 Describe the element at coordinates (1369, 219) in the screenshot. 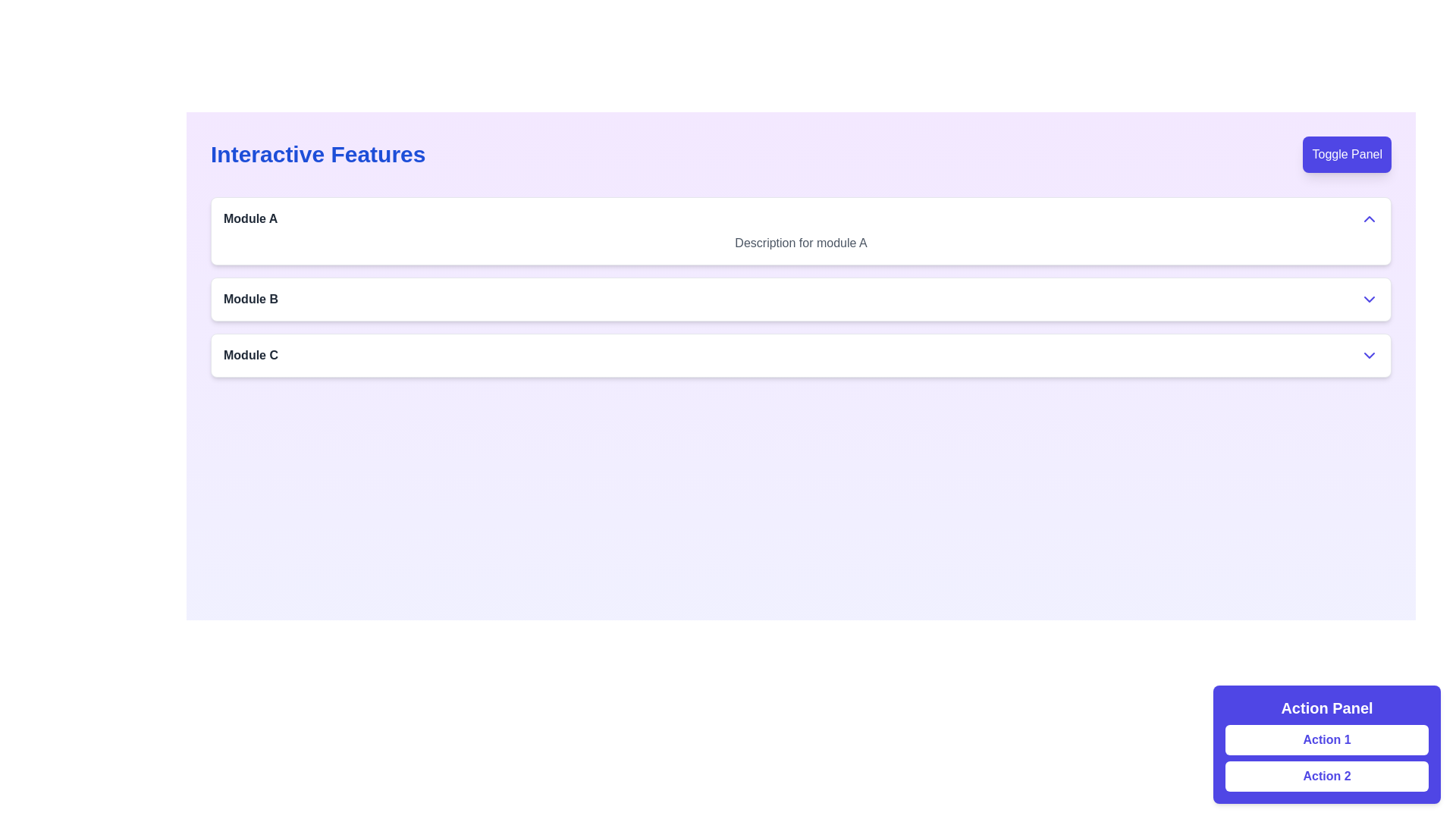

I see `the chevron button located at the top-right corner of the 'Module A' section header` at that location.